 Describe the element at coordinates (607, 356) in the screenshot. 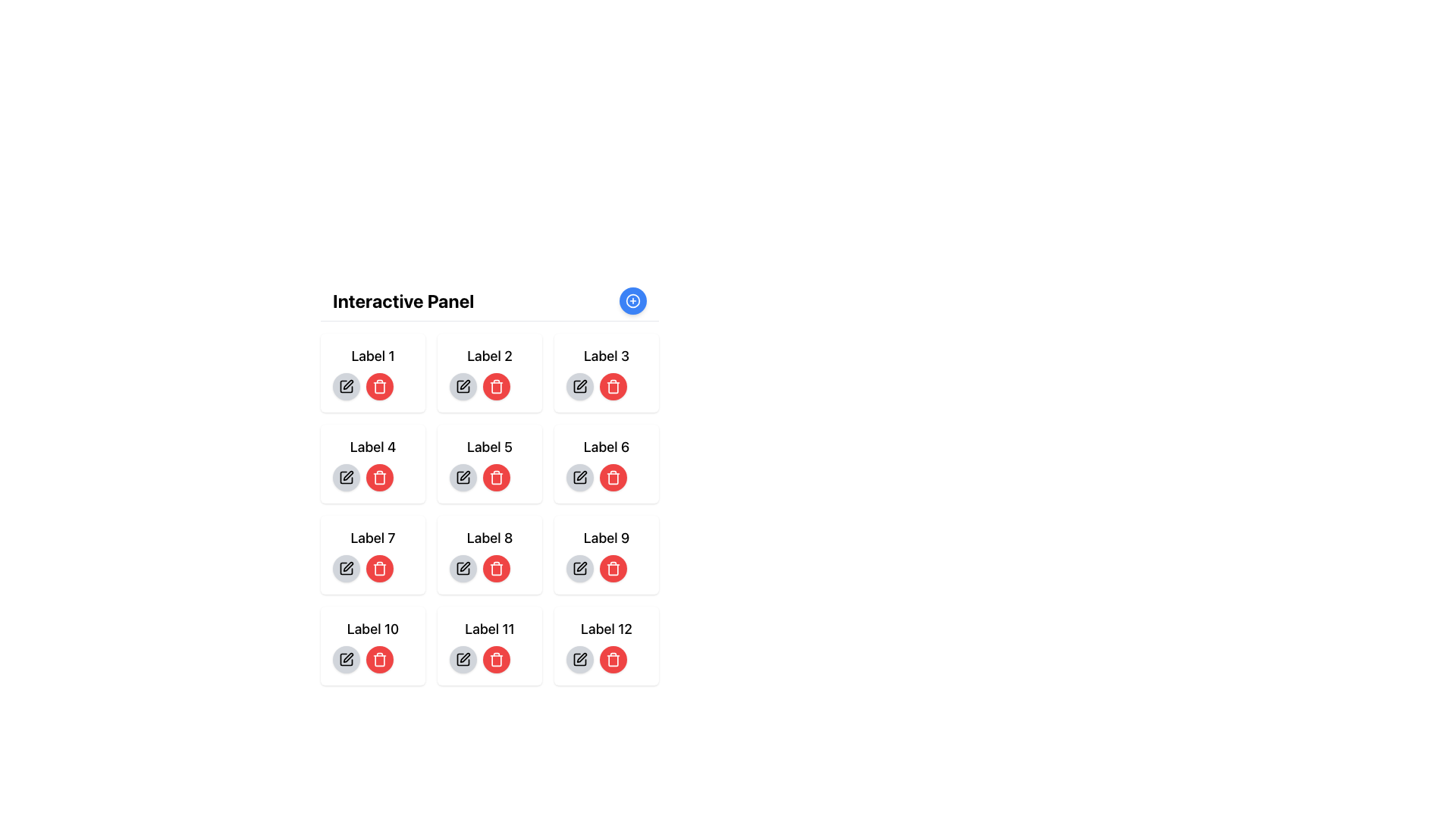

I see `the static text label displaying 'Label 3', which is located in the second row and third column of the grid layout within the 'Interactive Panel'` at that location.